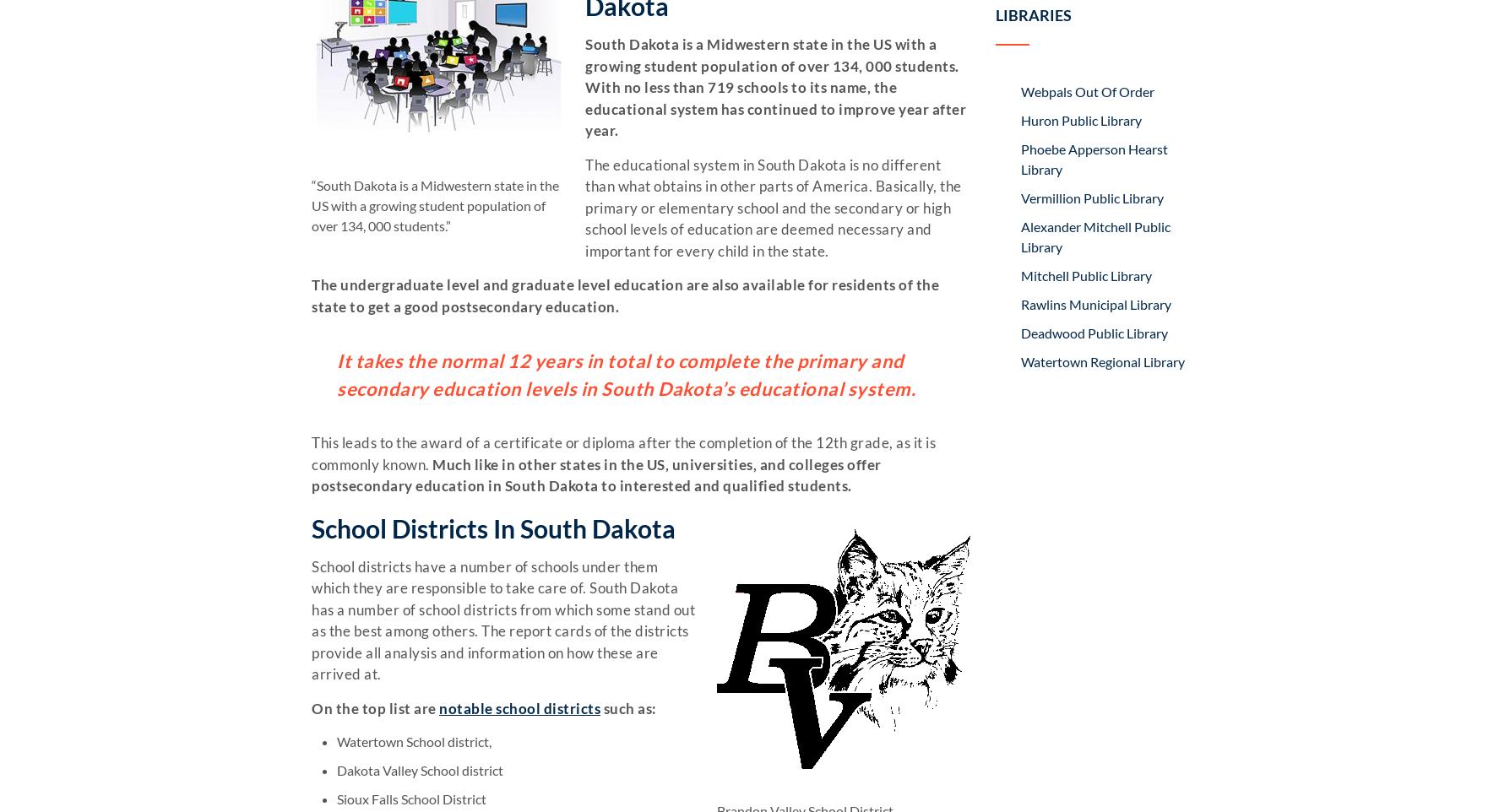  What do you see at coordinates (311, 620) in the screenshot?
I see `'School districts have a number of schools under them which they are responsible to take care of. South Dakota has a number of school districts from which some stand out as the best among others. The report cards of the districts provide all analysis and information on how these are arrived at.'` at bounding box center [311, 620].